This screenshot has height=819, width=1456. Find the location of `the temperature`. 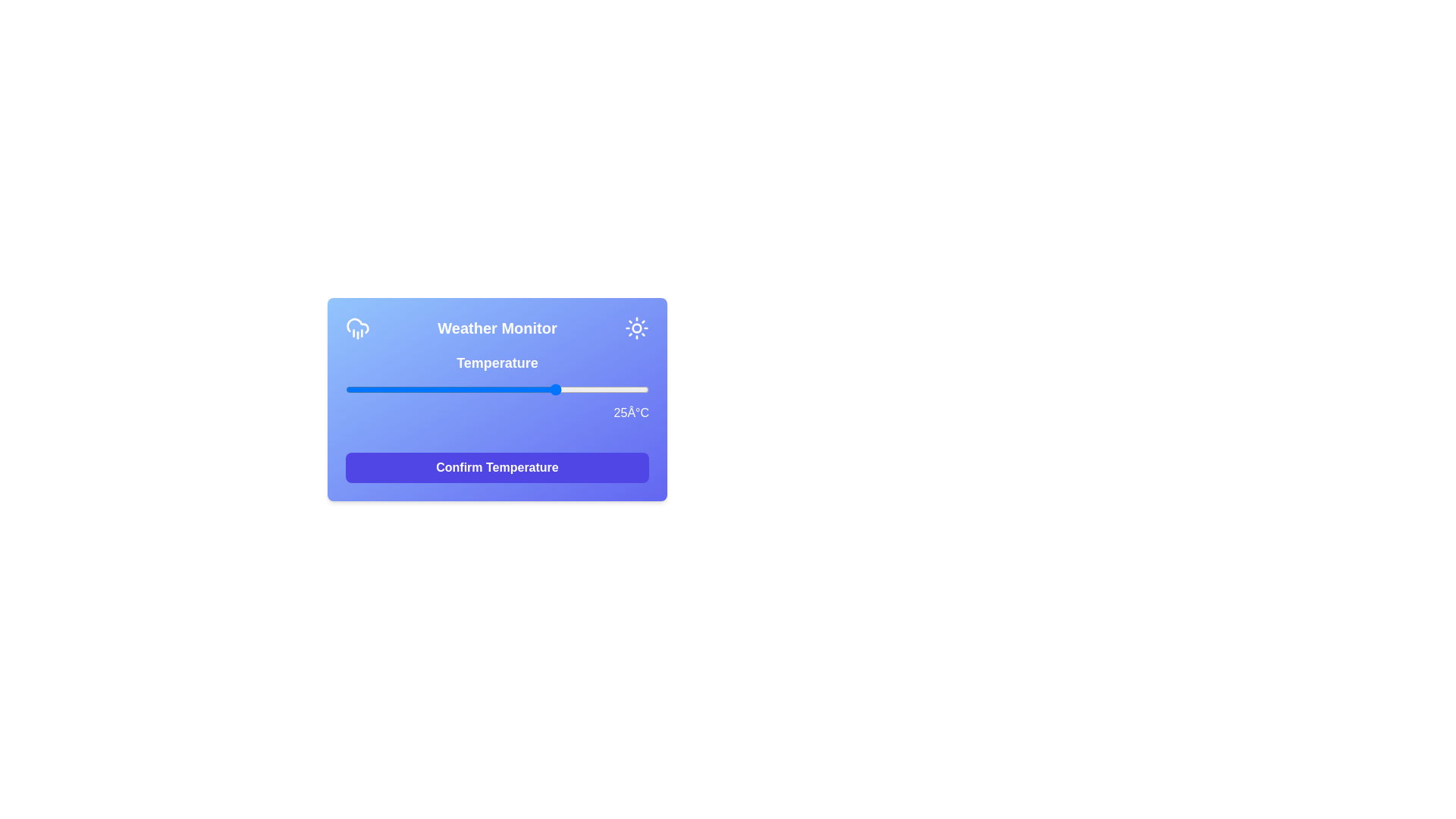

the temperature is located at coordinates (442, 388).